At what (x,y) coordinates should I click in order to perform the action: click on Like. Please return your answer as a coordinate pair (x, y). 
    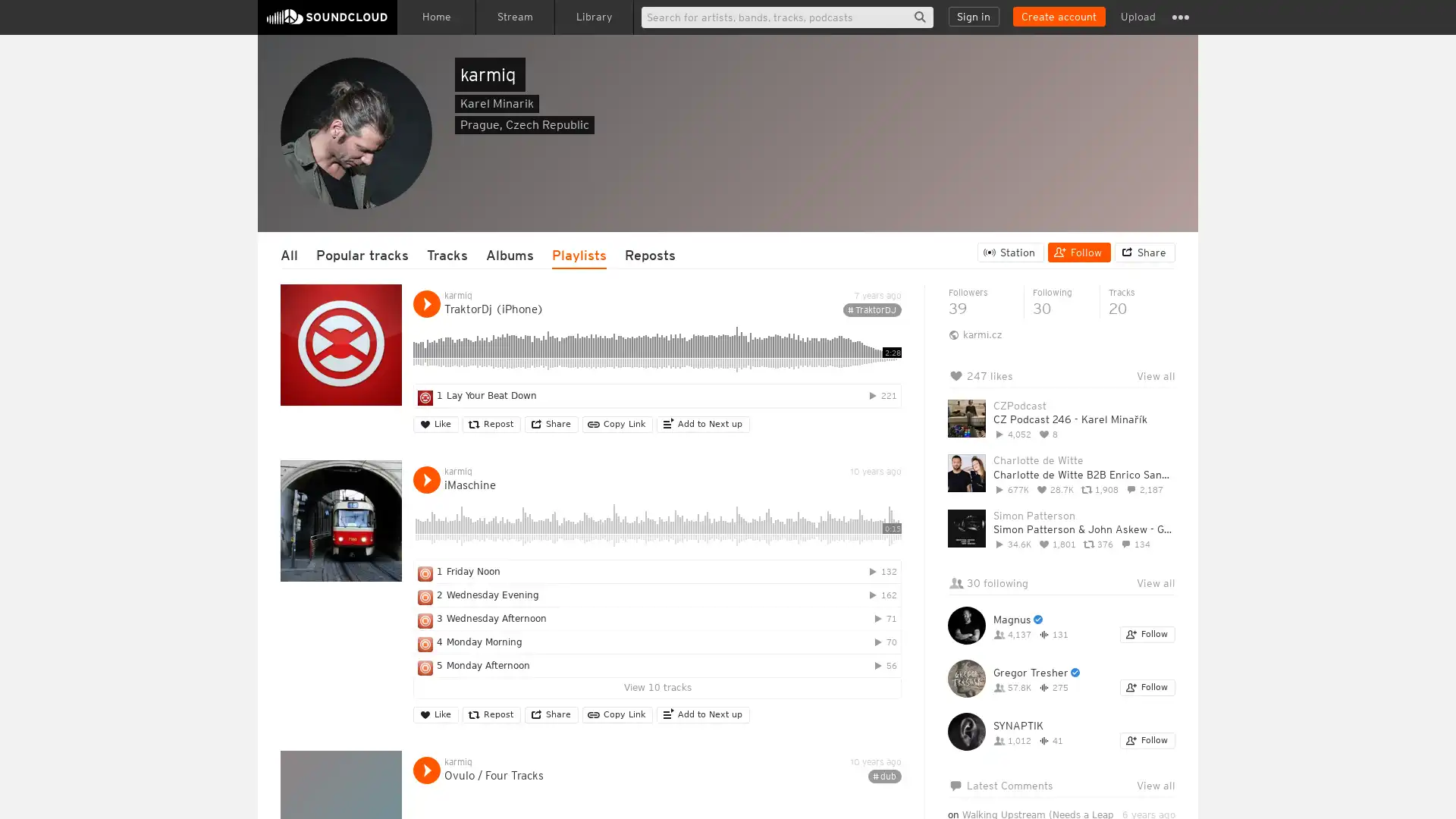
    Looking at the image, I should click on (435, 424).